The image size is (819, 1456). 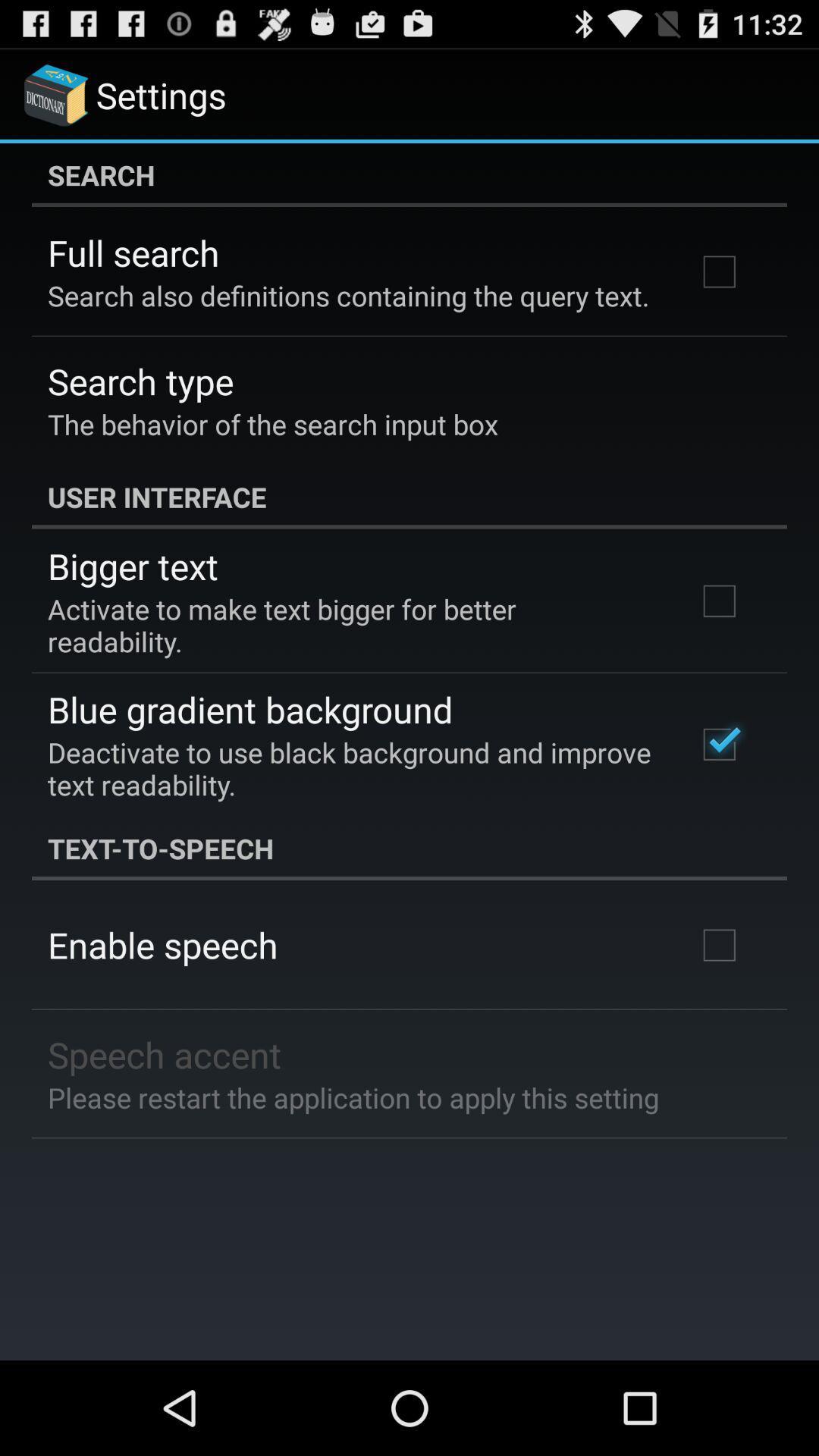 I want to click on item above deactivate to use, so click(x=249, y=708).